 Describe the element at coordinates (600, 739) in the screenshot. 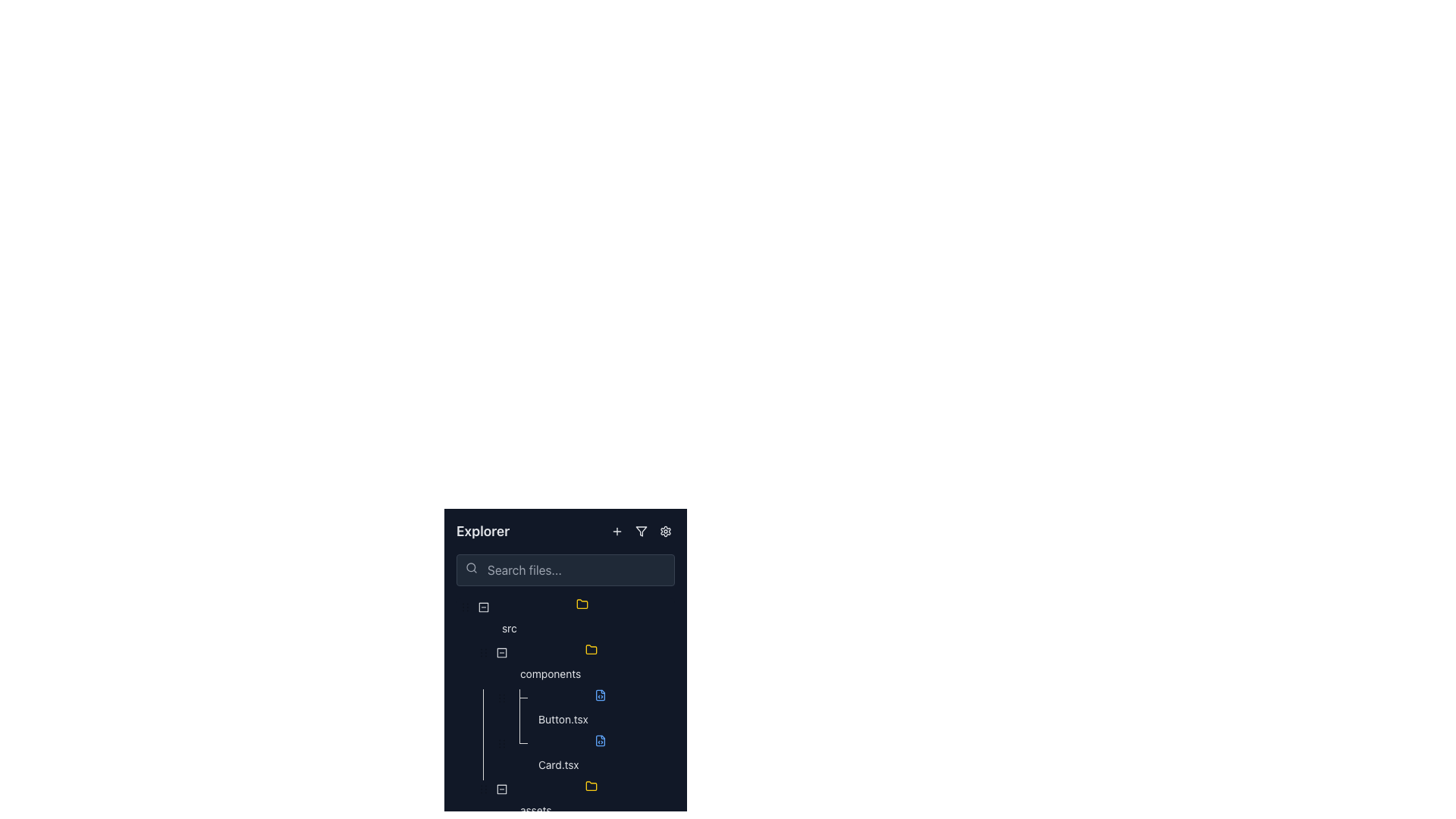

I see `the light blue document icon representing code-related symbols located beneath the 'components' entry in the file explorer interface` at that location.